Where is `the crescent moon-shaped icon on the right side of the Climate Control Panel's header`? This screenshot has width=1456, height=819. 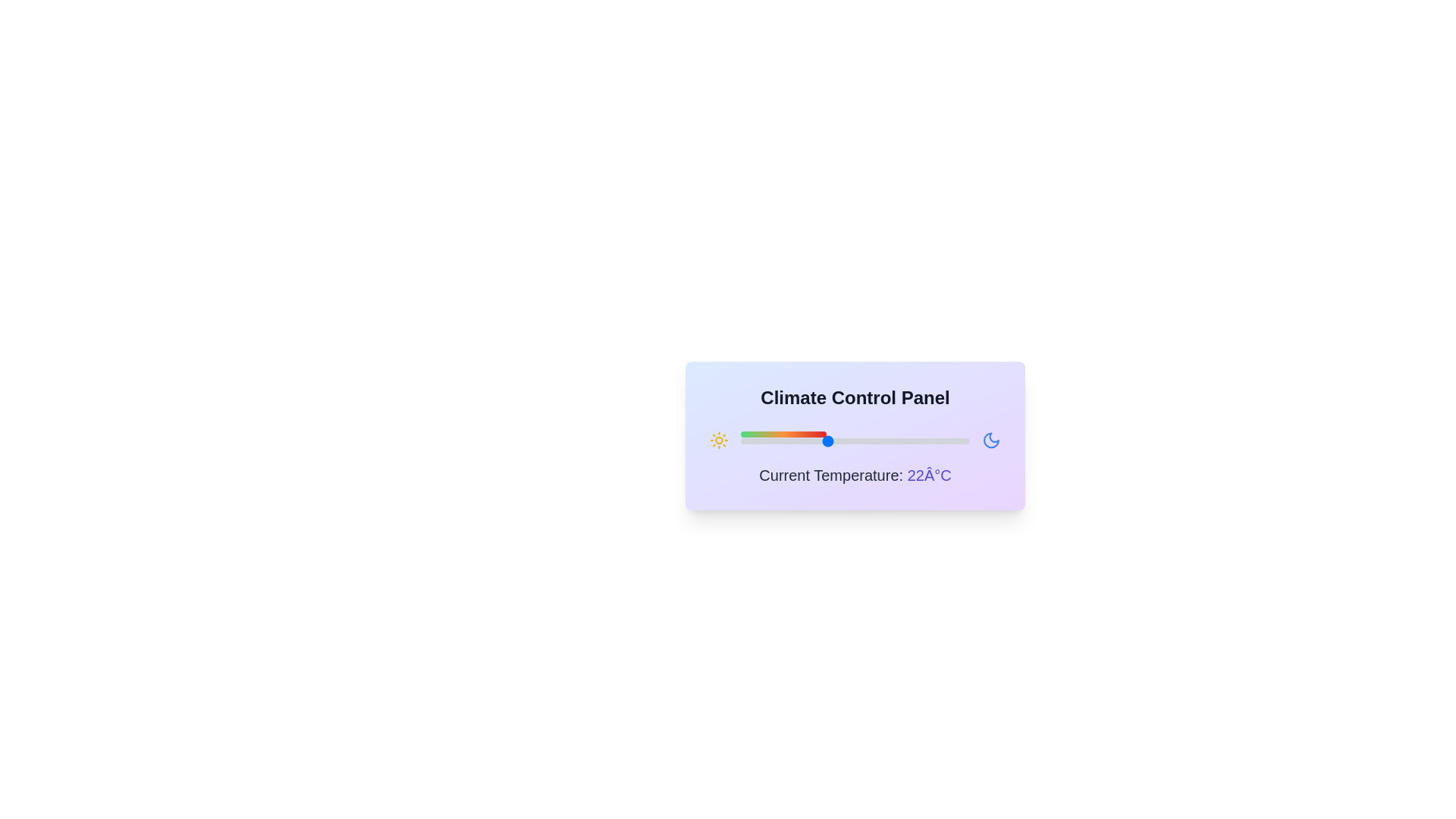
the crescent moon-shaped icon on the right side of the Climate Control Panel's header is located at coordinates (990, 441).